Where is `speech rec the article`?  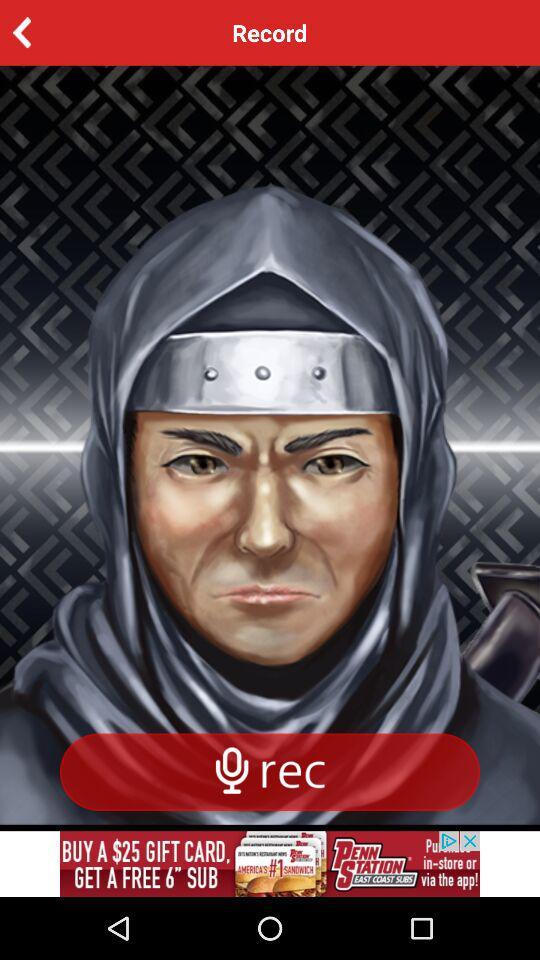 speech rec the article is located at coordinates (270, 771).